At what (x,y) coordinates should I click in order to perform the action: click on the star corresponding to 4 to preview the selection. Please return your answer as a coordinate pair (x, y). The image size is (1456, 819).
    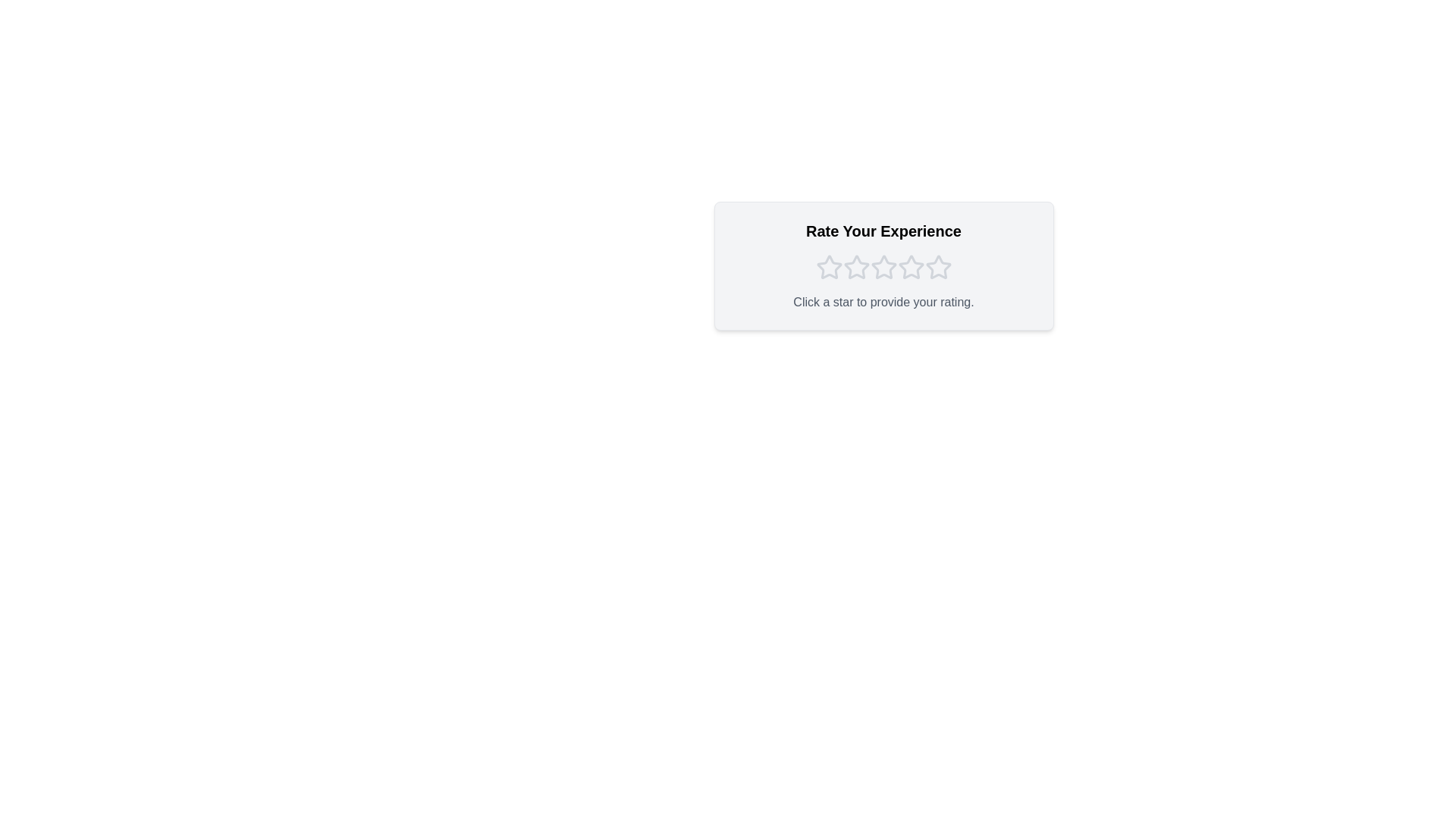
    Looking at the image, I should click on (910, 267).